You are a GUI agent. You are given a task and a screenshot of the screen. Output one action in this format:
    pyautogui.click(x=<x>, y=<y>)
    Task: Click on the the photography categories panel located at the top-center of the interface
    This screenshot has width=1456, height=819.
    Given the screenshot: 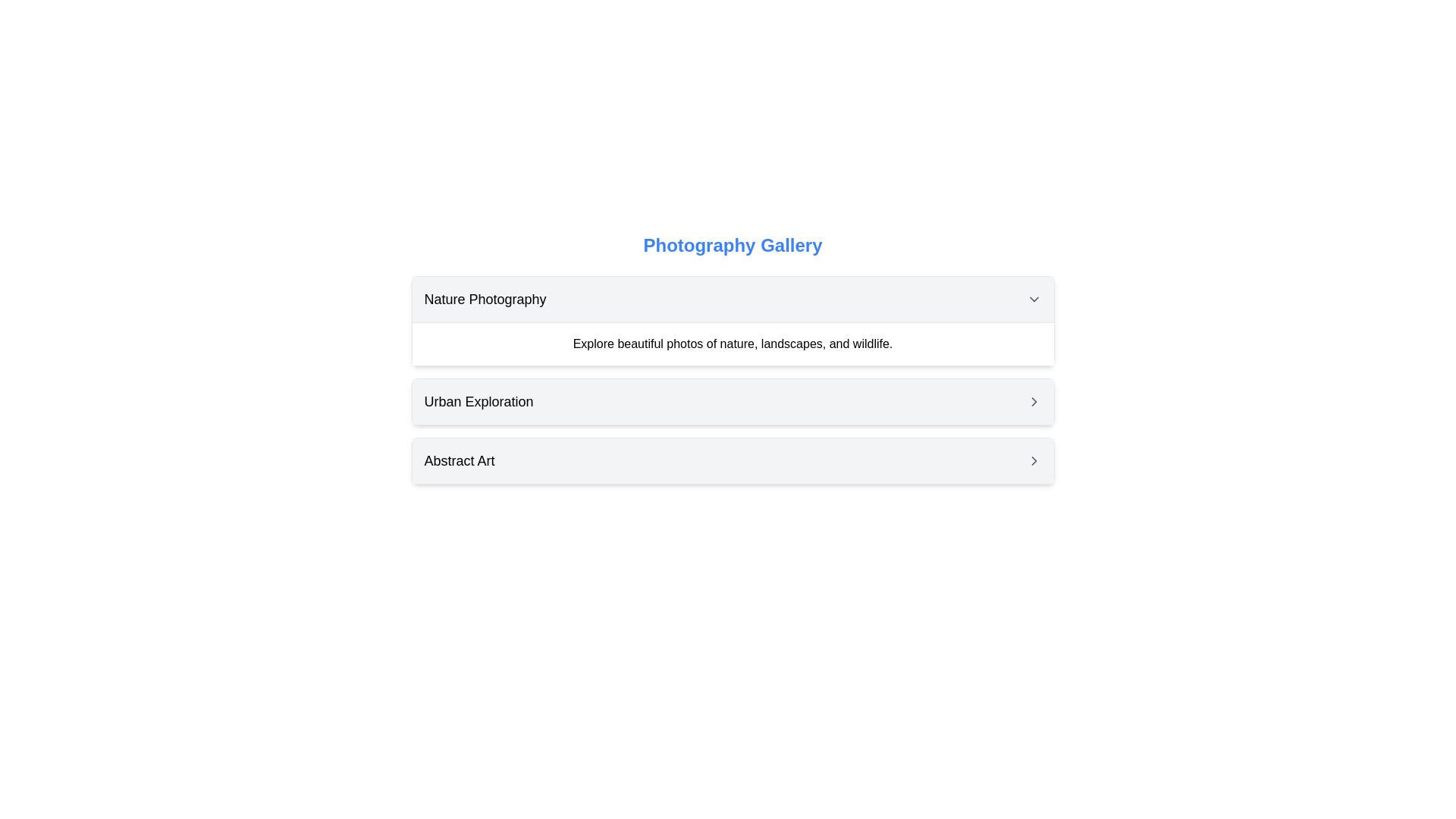 What is the action you would take?
    pyautogui.click(x=733, y=359)
    